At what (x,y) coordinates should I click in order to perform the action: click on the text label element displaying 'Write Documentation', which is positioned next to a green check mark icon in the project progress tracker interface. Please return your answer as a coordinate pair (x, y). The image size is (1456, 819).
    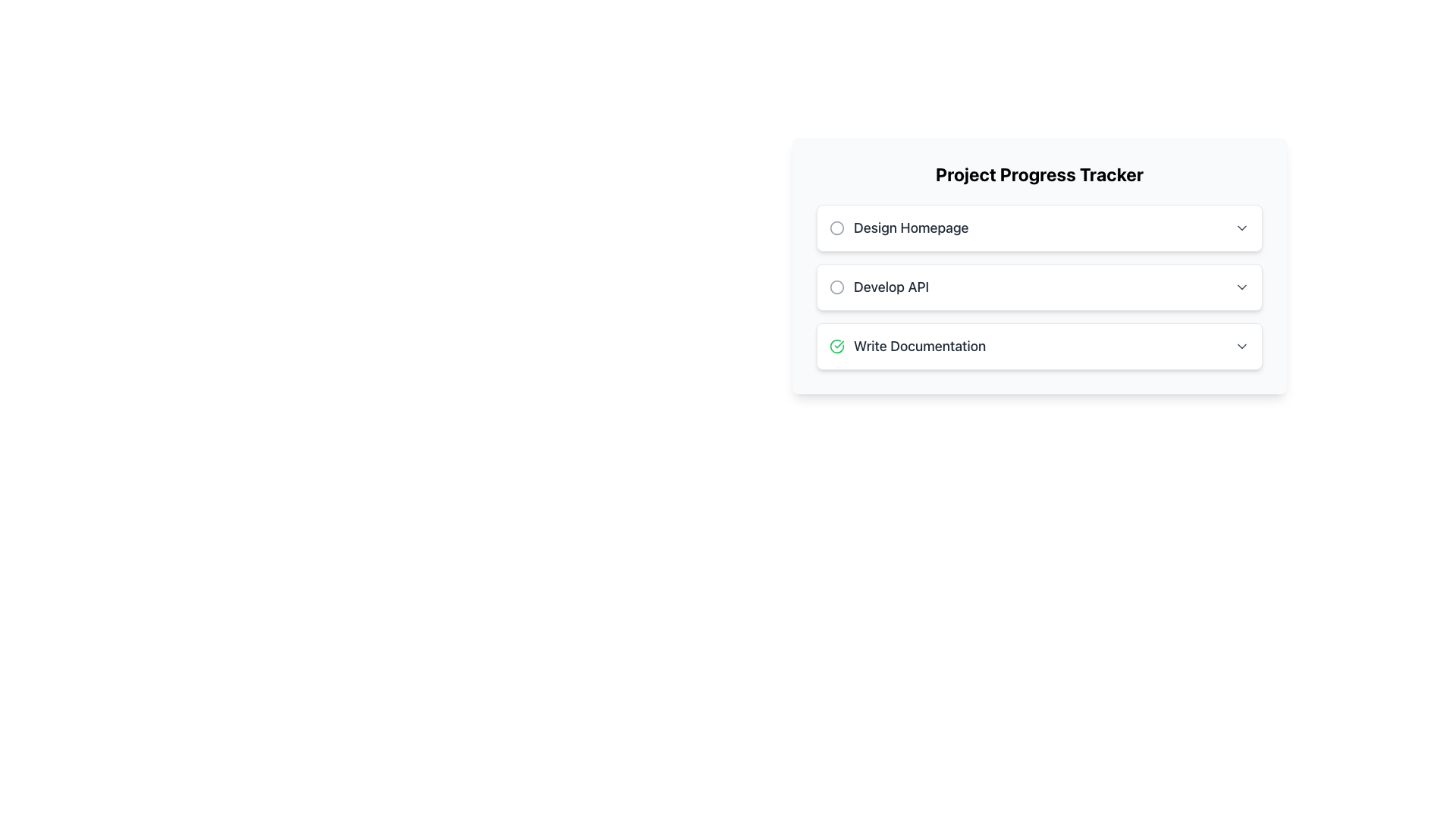
    Looking at the image, I should click on (919, 346).